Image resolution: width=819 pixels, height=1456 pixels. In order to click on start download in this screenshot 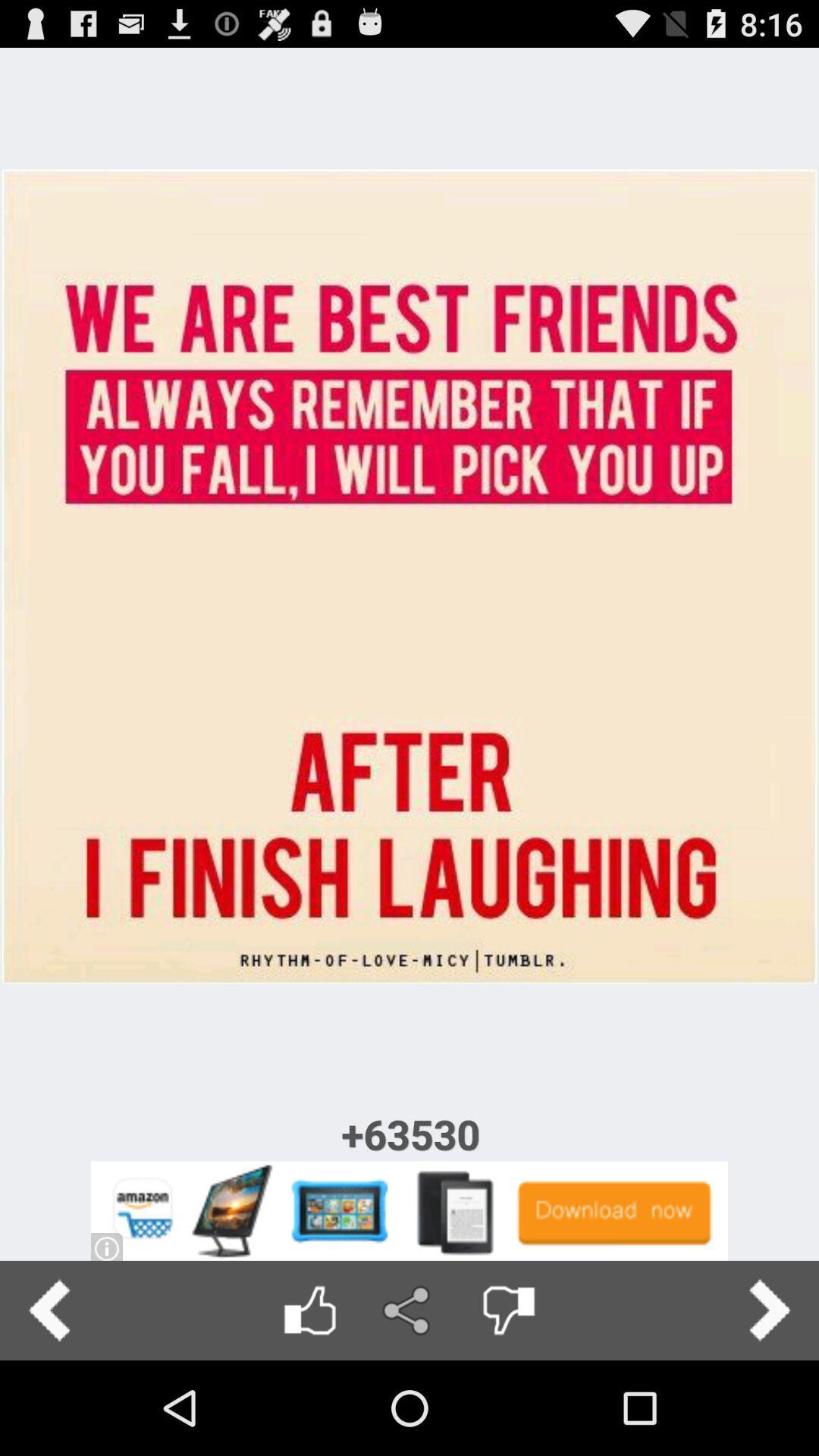, I will do `click(409, 1210)`.